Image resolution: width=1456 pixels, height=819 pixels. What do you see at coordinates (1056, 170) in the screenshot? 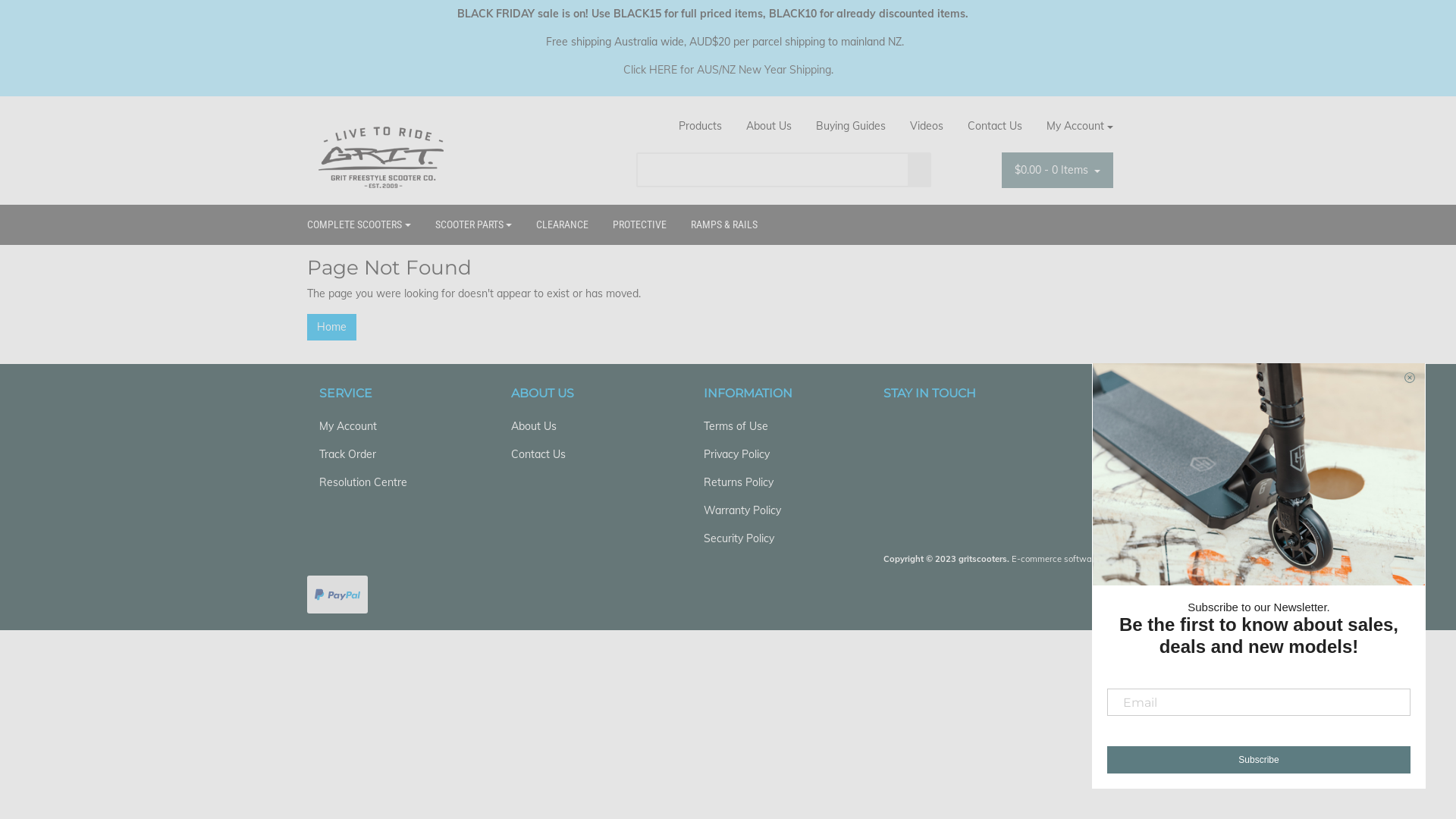
I see `'$0.00 - 0 Items'` at bounding box center [1056, 170].